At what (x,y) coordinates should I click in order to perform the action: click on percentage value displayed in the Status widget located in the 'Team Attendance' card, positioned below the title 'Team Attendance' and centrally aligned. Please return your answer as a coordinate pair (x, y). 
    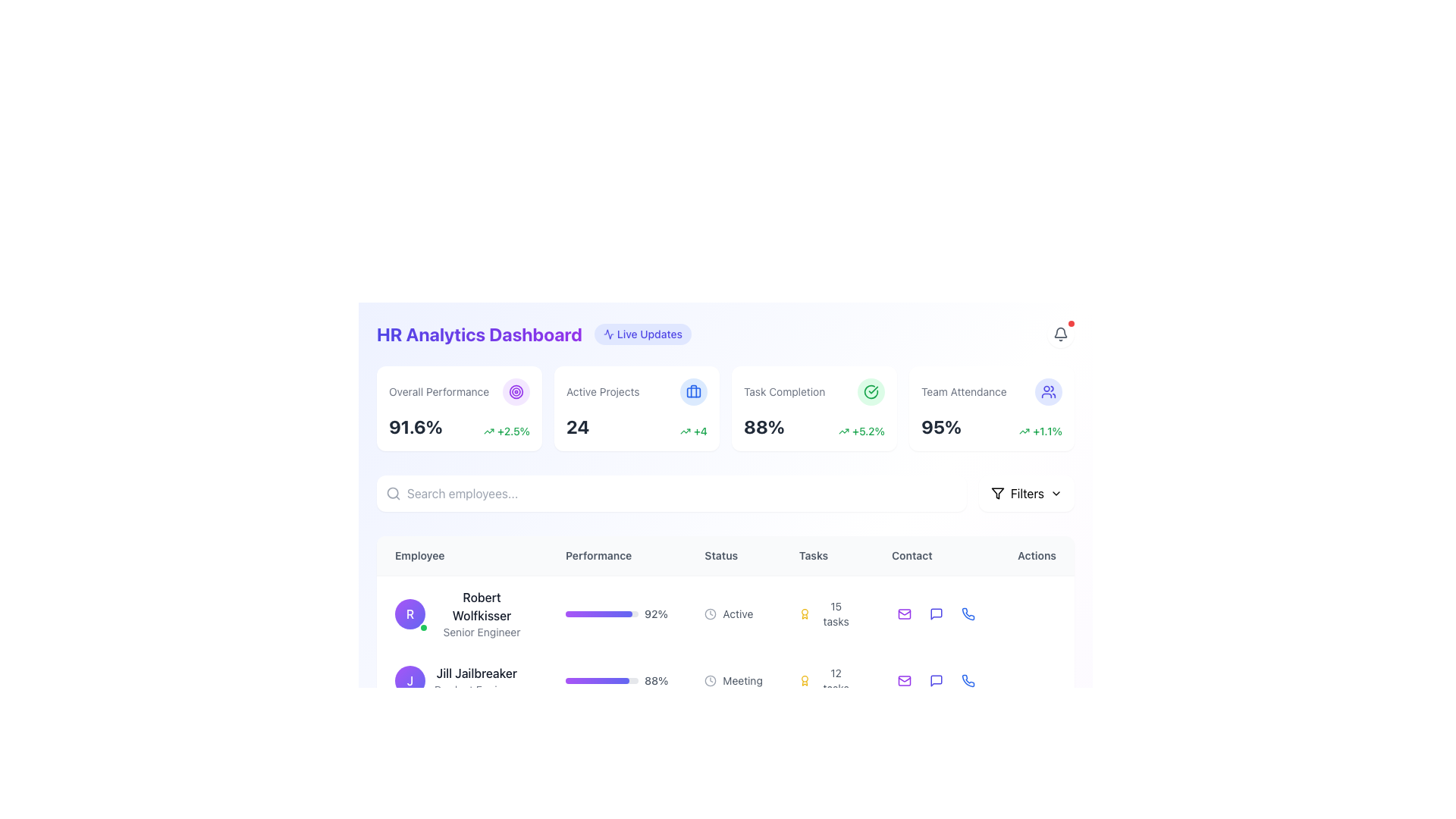
    Looking at the image, I should click on (992, 427).